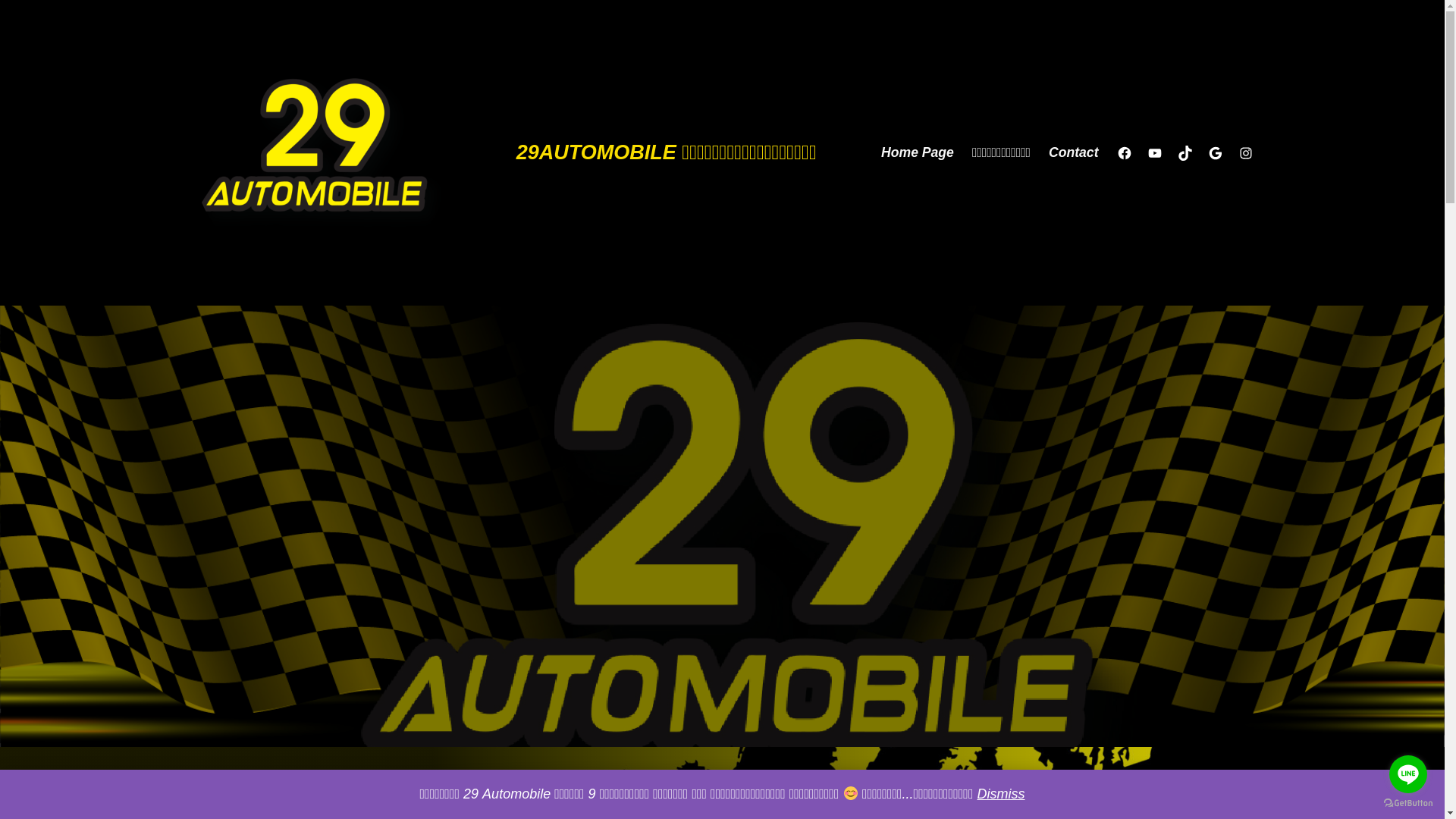 Image resolution: width=1456 pixels, height=819 pixels. Describe the element at coordinates (1153, 152) in the screenshot. I see `'YouTube'` at that location.